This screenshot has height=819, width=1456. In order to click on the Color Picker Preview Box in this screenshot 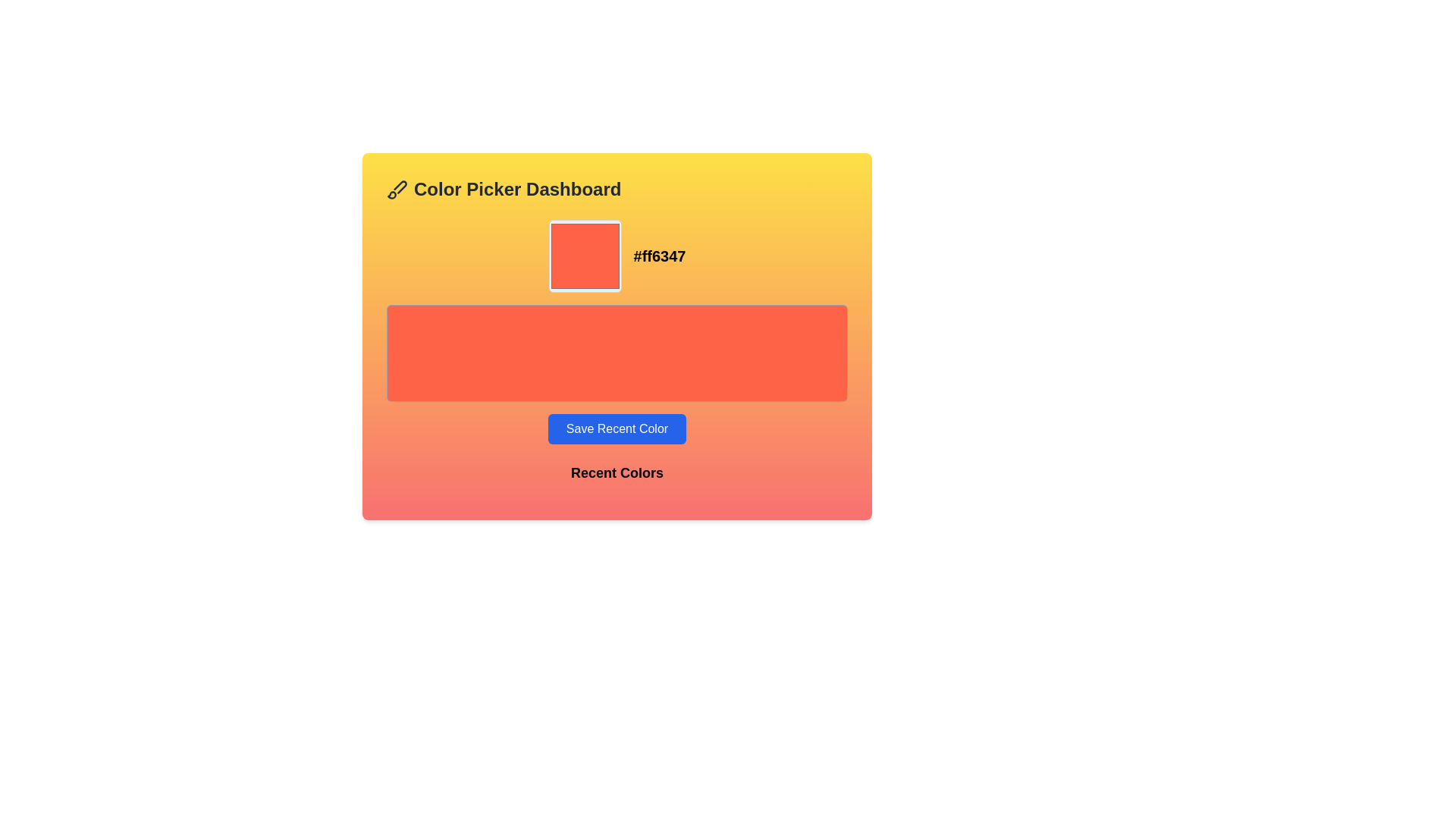, I will do `click(584, 256)`.